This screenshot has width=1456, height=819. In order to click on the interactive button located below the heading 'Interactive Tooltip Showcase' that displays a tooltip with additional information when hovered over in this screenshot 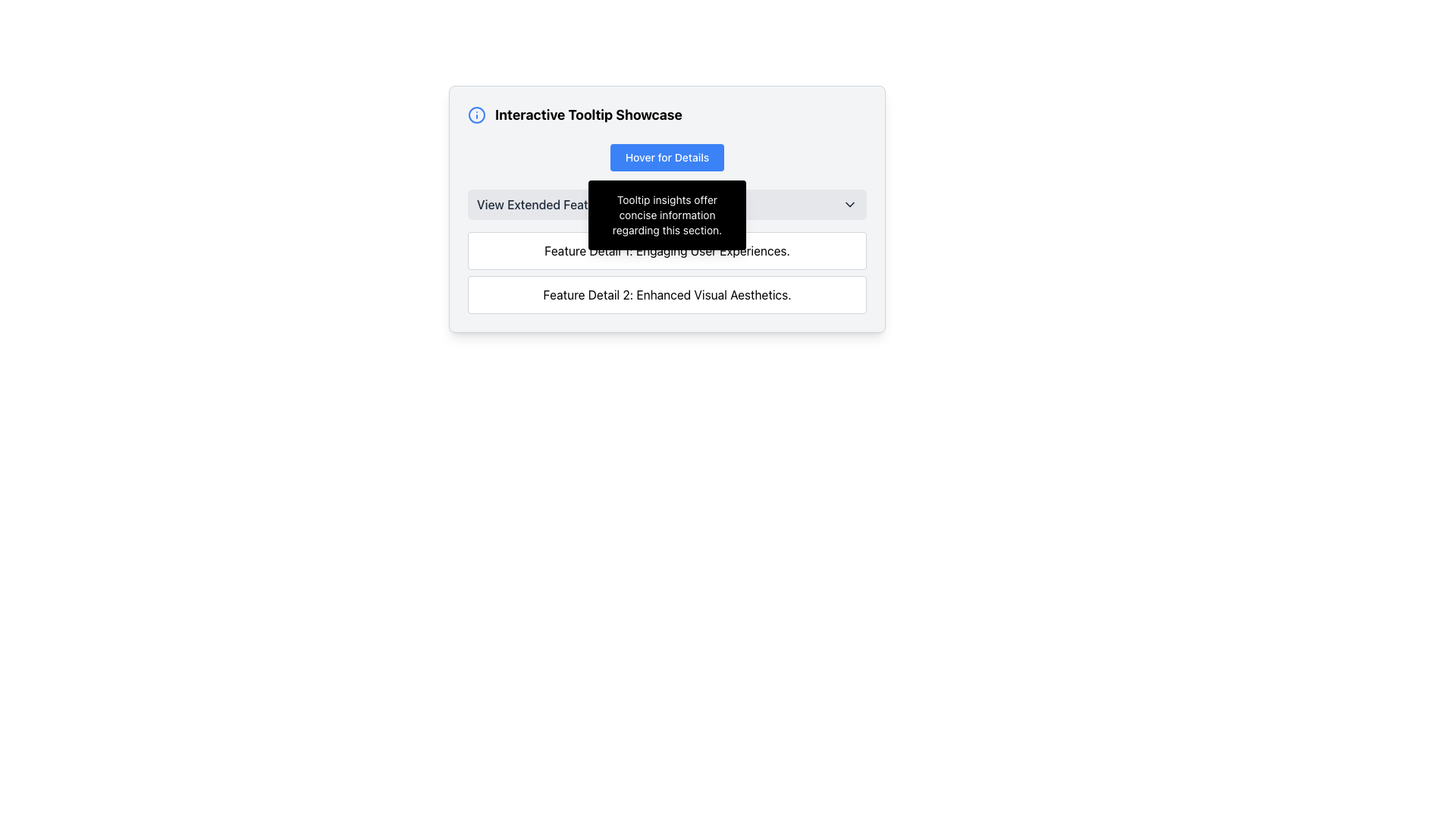, I will do `click(667, 158)`.